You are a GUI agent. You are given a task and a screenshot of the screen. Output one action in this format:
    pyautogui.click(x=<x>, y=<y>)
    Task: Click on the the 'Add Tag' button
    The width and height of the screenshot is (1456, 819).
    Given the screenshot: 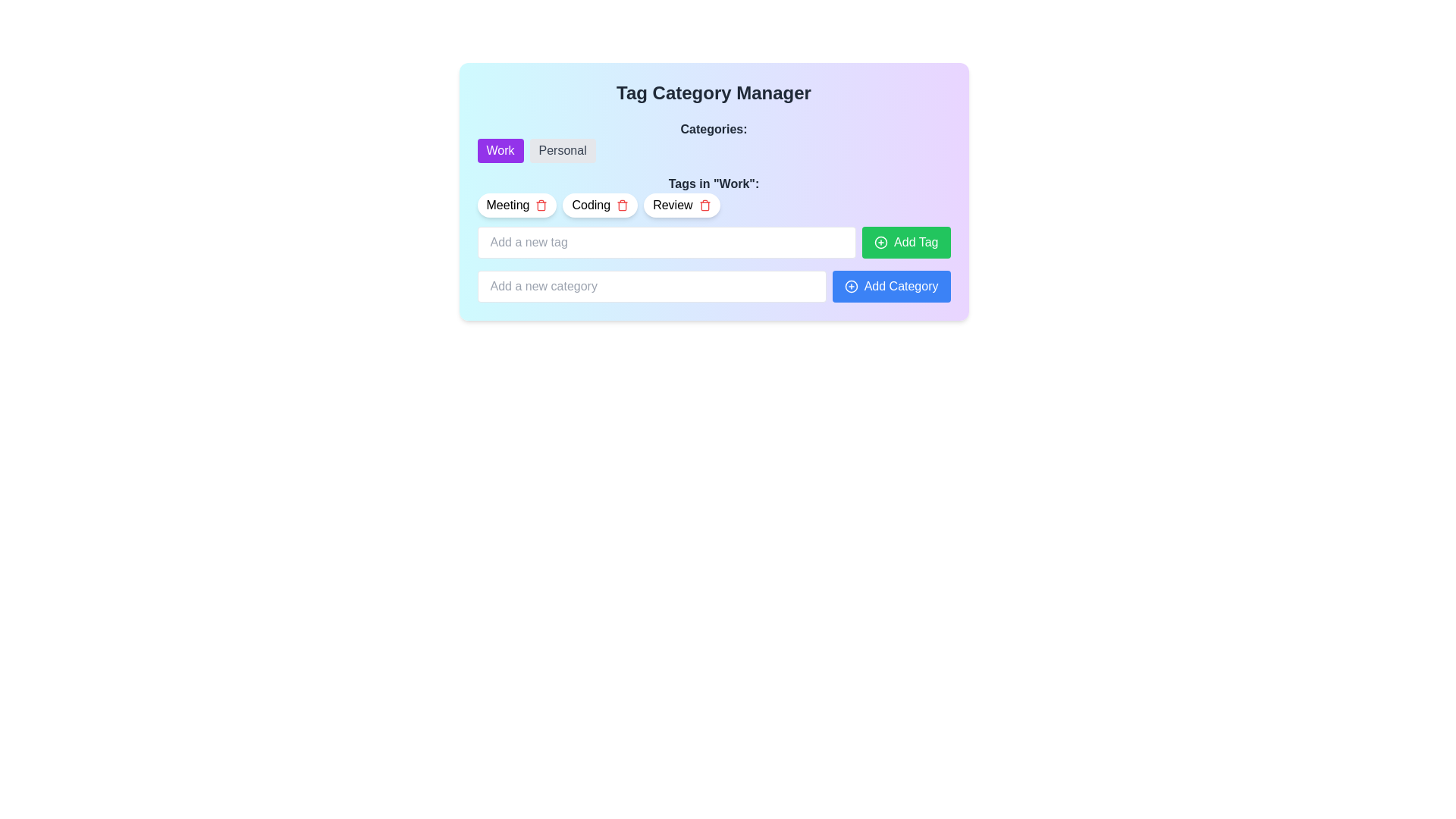 What is the action you would take?
    pyautogui.click(x=906, y=242)
    